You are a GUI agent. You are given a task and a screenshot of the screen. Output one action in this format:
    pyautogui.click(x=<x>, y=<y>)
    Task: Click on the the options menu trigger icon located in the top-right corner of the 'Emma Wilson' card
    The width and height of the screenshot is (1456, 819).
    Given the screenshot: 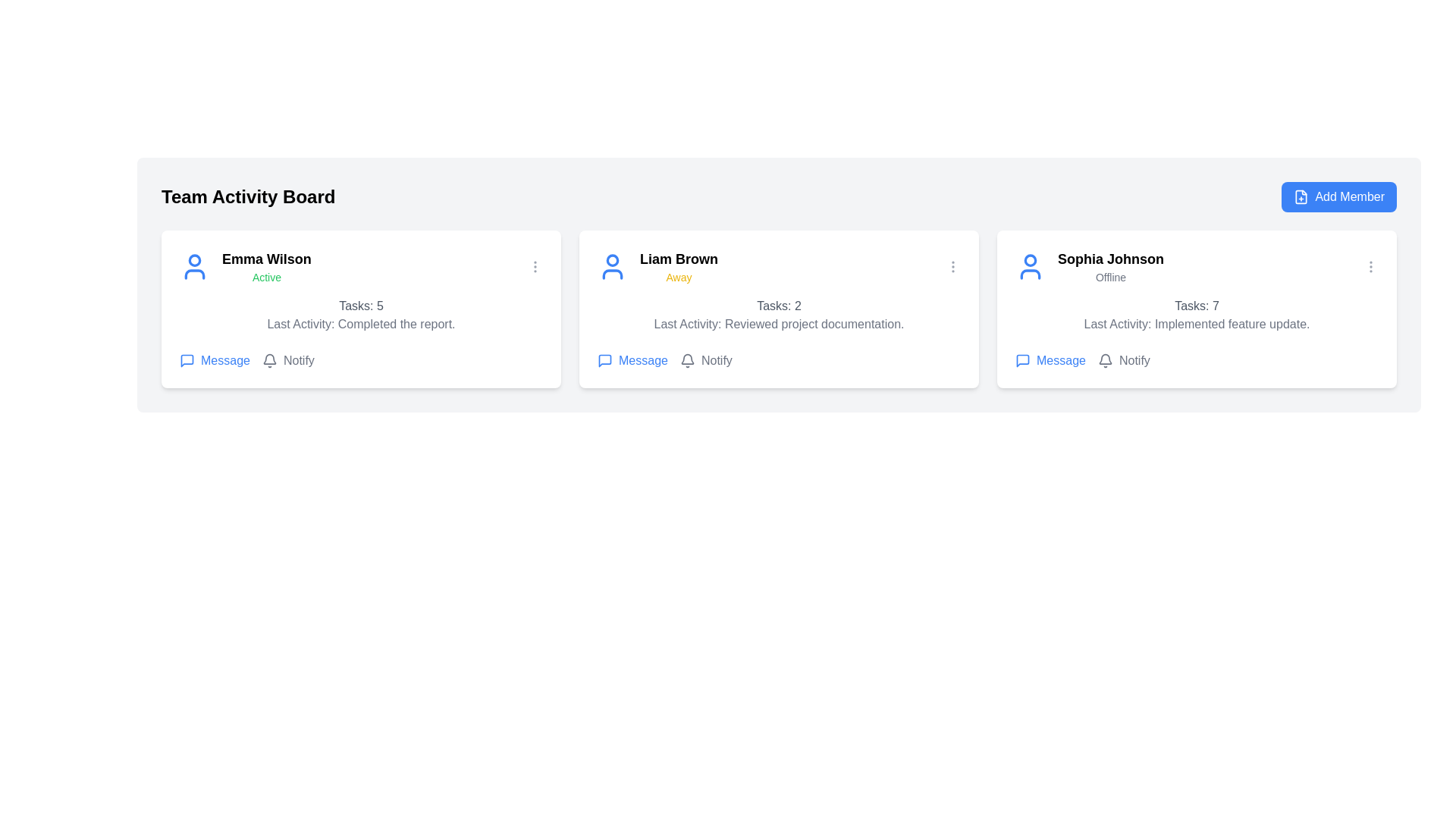 What is the action you would take?
    pyautogui.click(x=535, y=265)
    